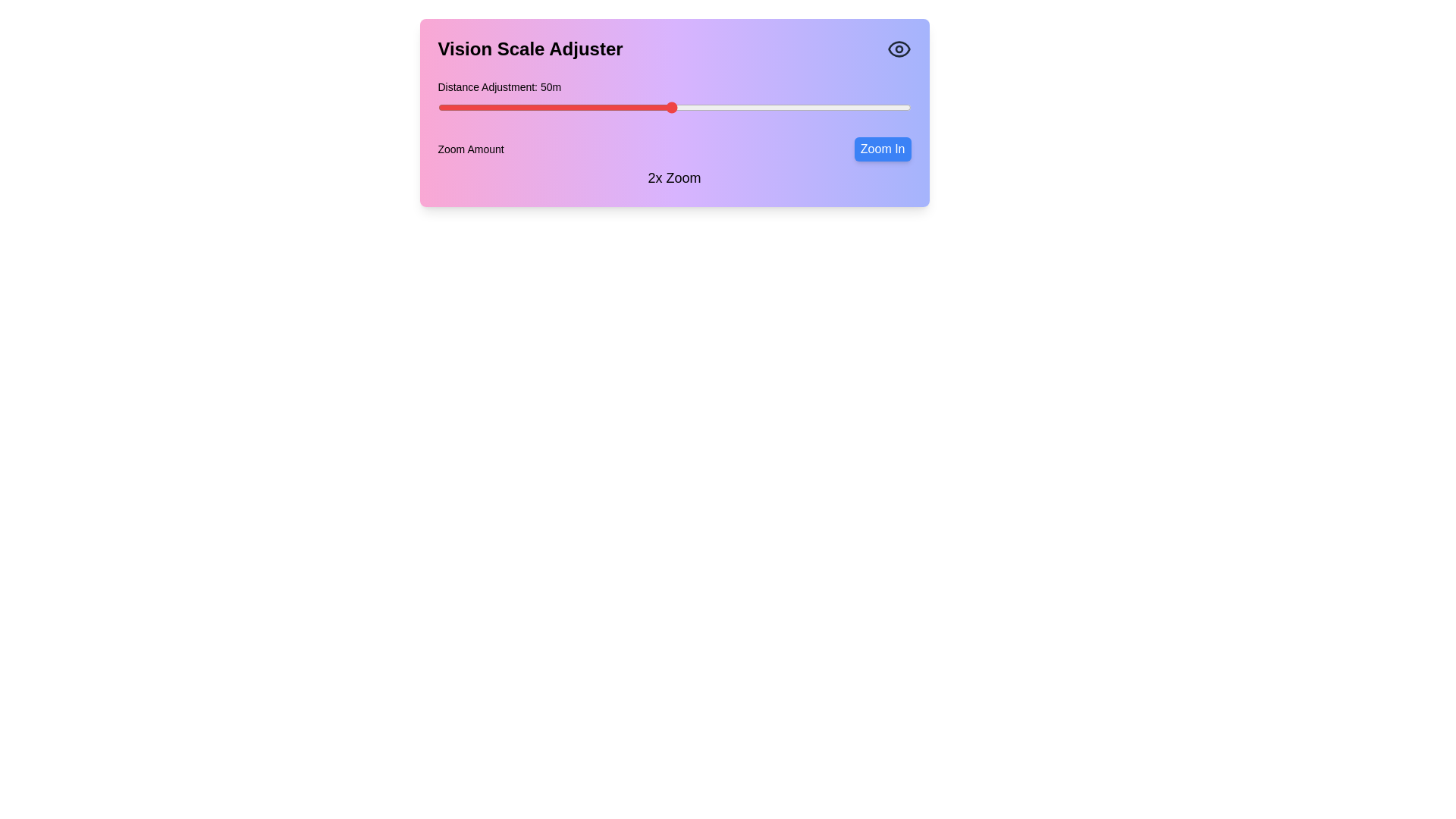 The image size is (1456, 819). What do you see at coordinates (510, 107) in the screenshot?
I see `the distance adjustment` at bounding box center [510, 107].